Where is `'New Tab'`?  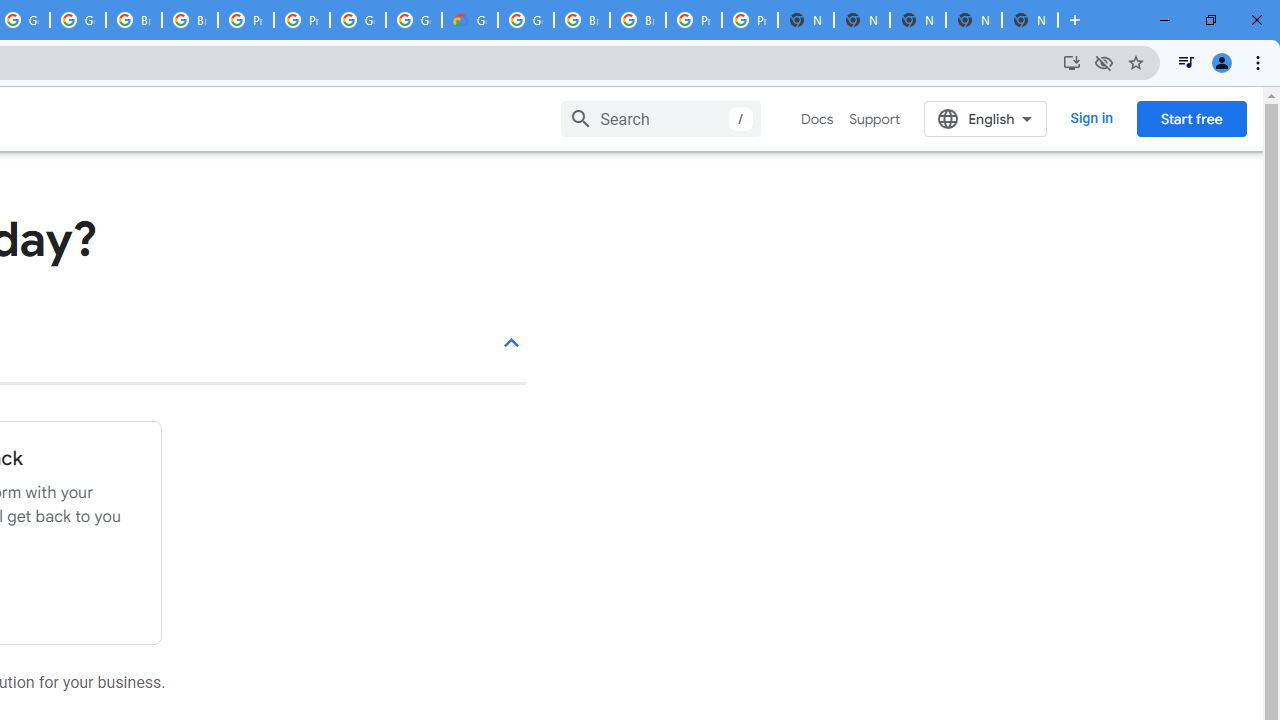 'New Tab' is located at coordinates (1074, 20).